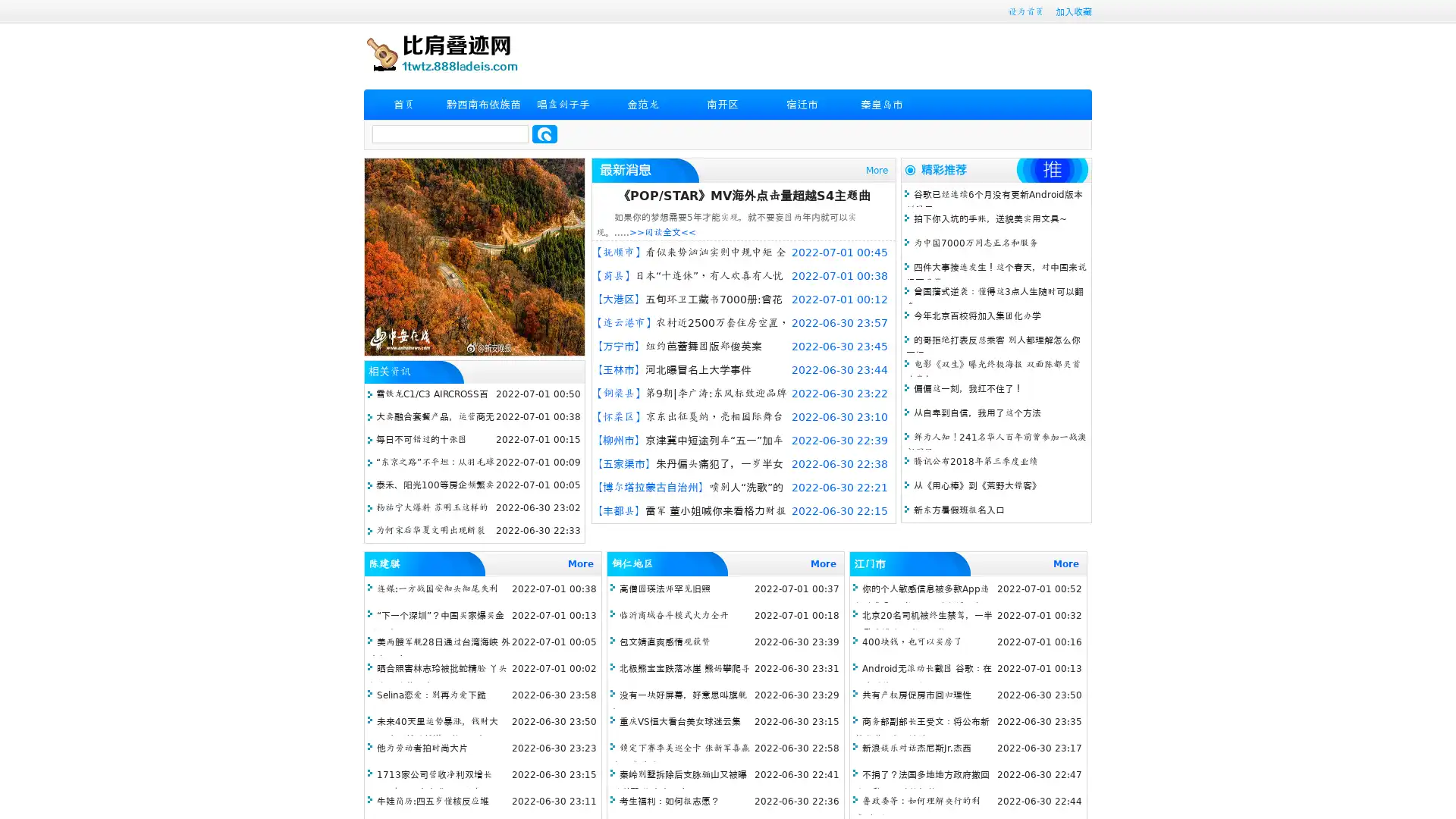 The width and height of the screenshot is (1456, 819). I want to click on Search, so click(544, 133).